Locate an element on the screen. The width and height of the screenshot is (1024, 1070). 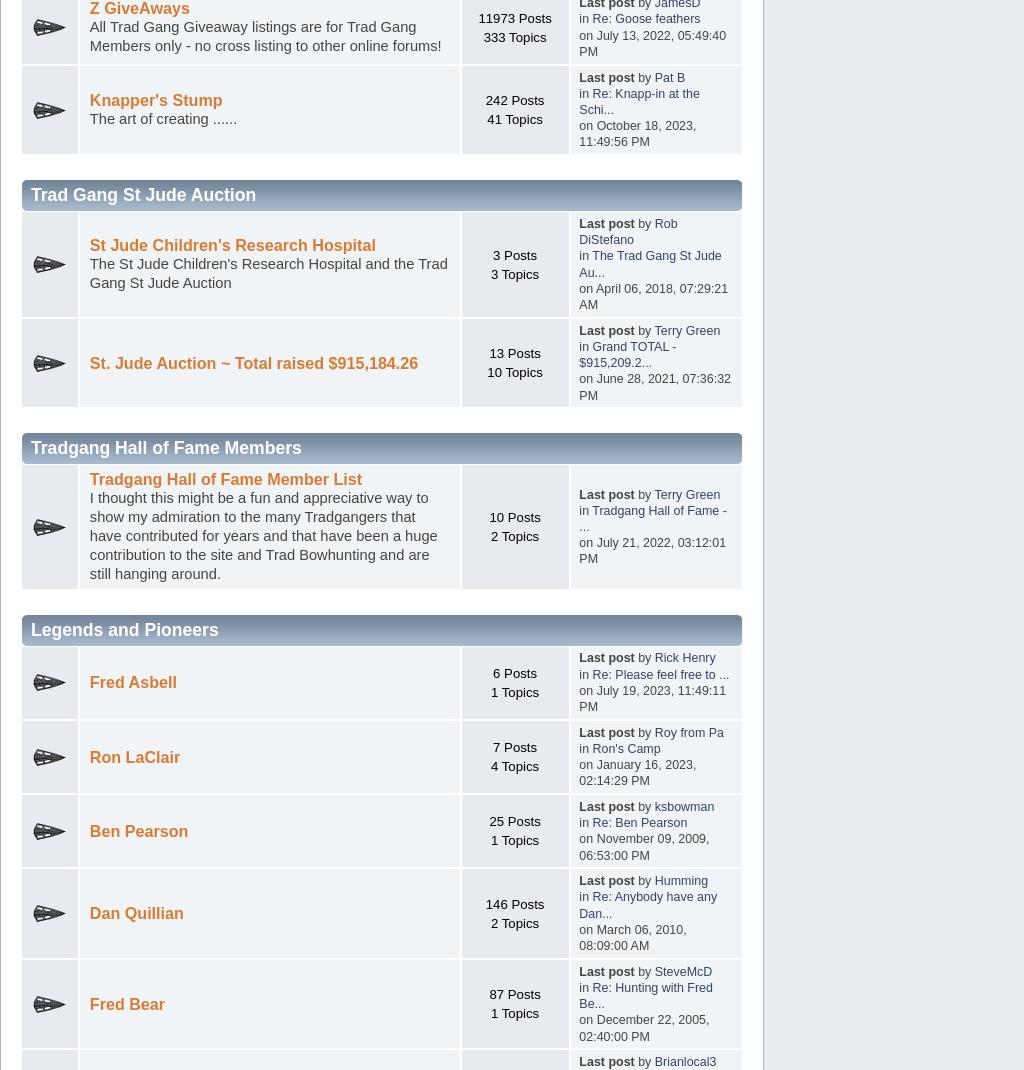
'The art of creating ......' is located at coordinates (162, 118).